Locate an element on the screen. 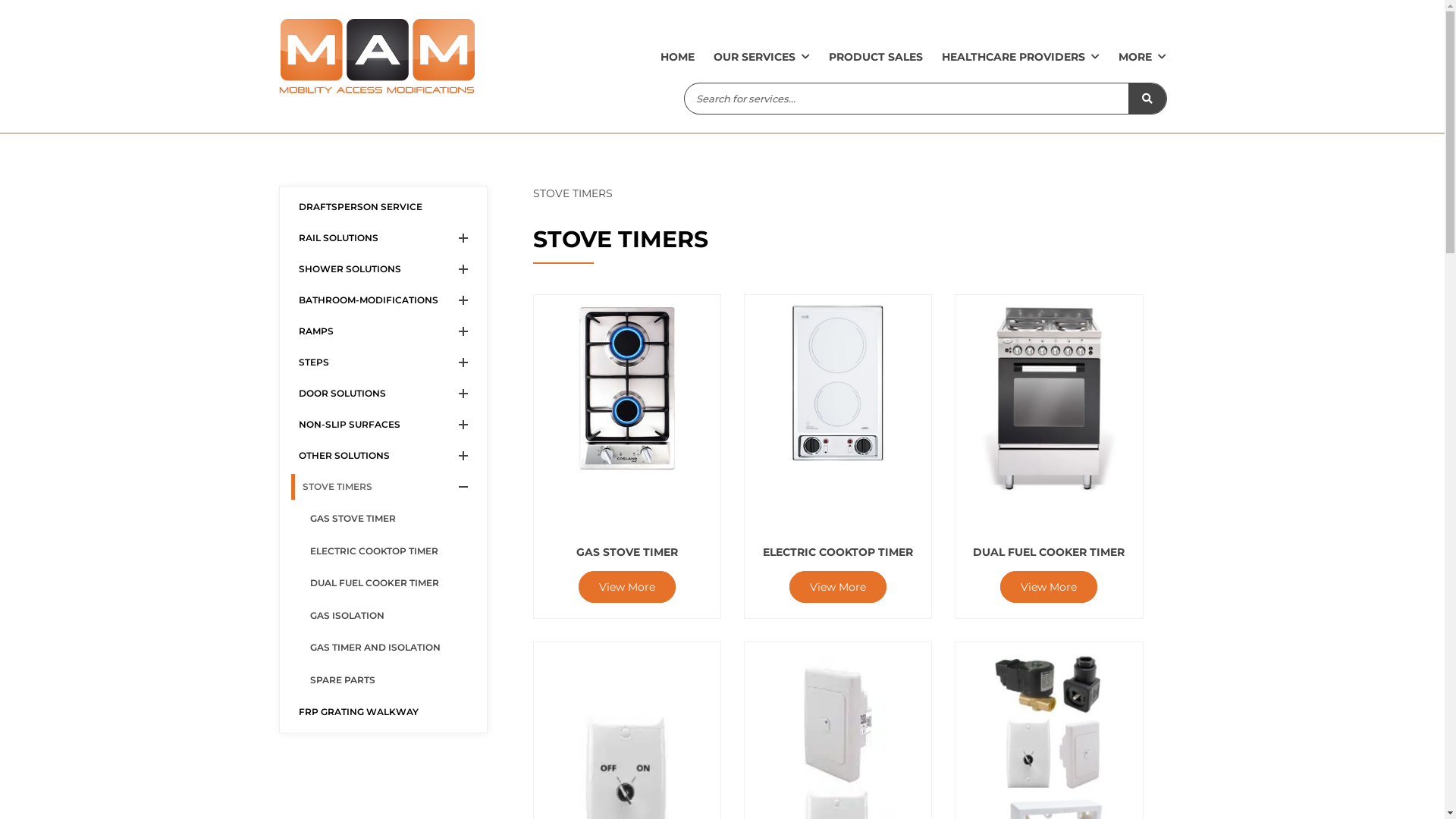  'View More' is located at coordinates (1047, 586).